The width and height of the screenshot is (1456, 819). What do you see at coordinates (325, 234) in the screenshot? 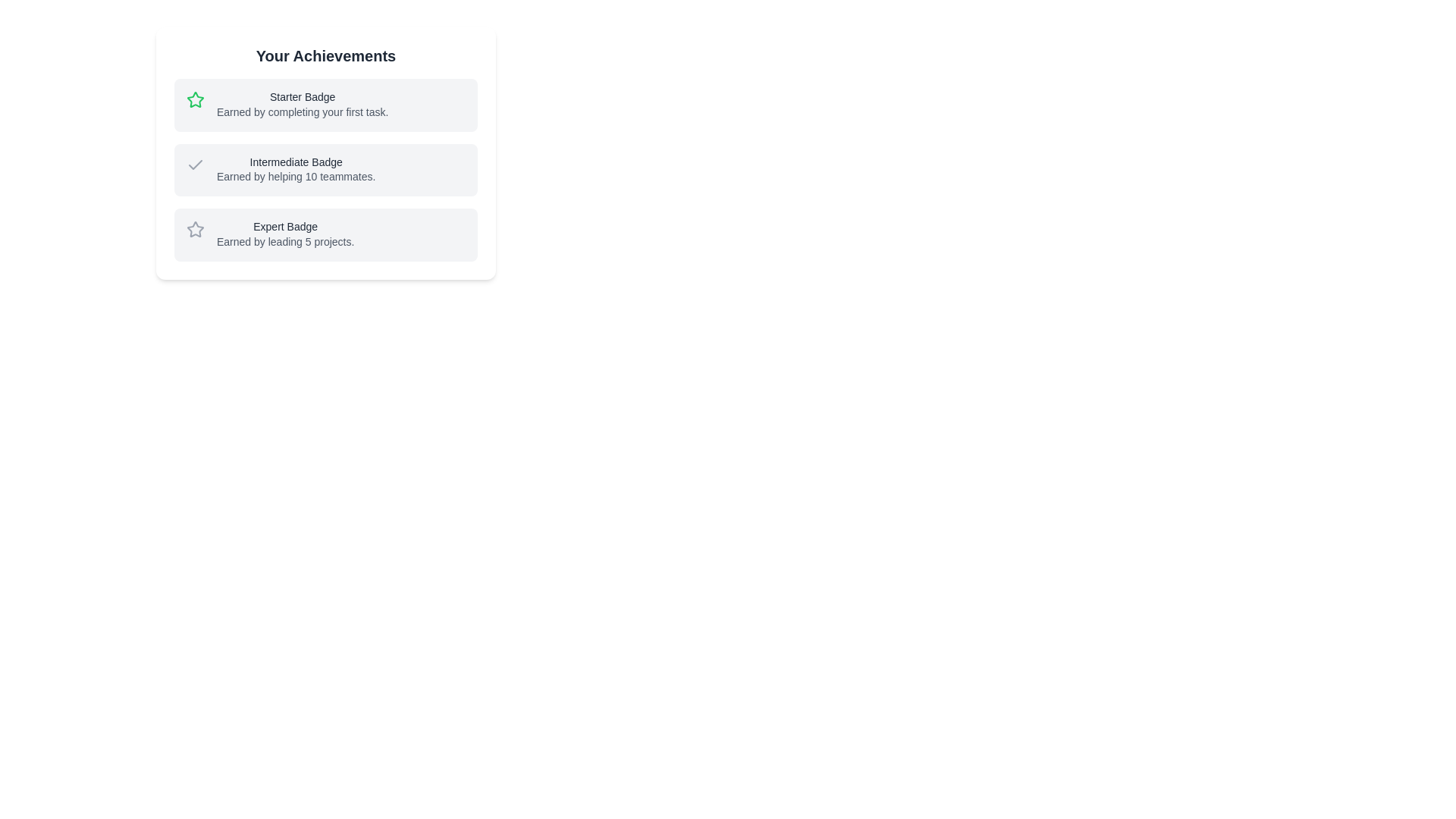
I see `text displayed on the badge located at the bottom of the badge display component, which is the third badge in the series` at bounding box center [325, 234].